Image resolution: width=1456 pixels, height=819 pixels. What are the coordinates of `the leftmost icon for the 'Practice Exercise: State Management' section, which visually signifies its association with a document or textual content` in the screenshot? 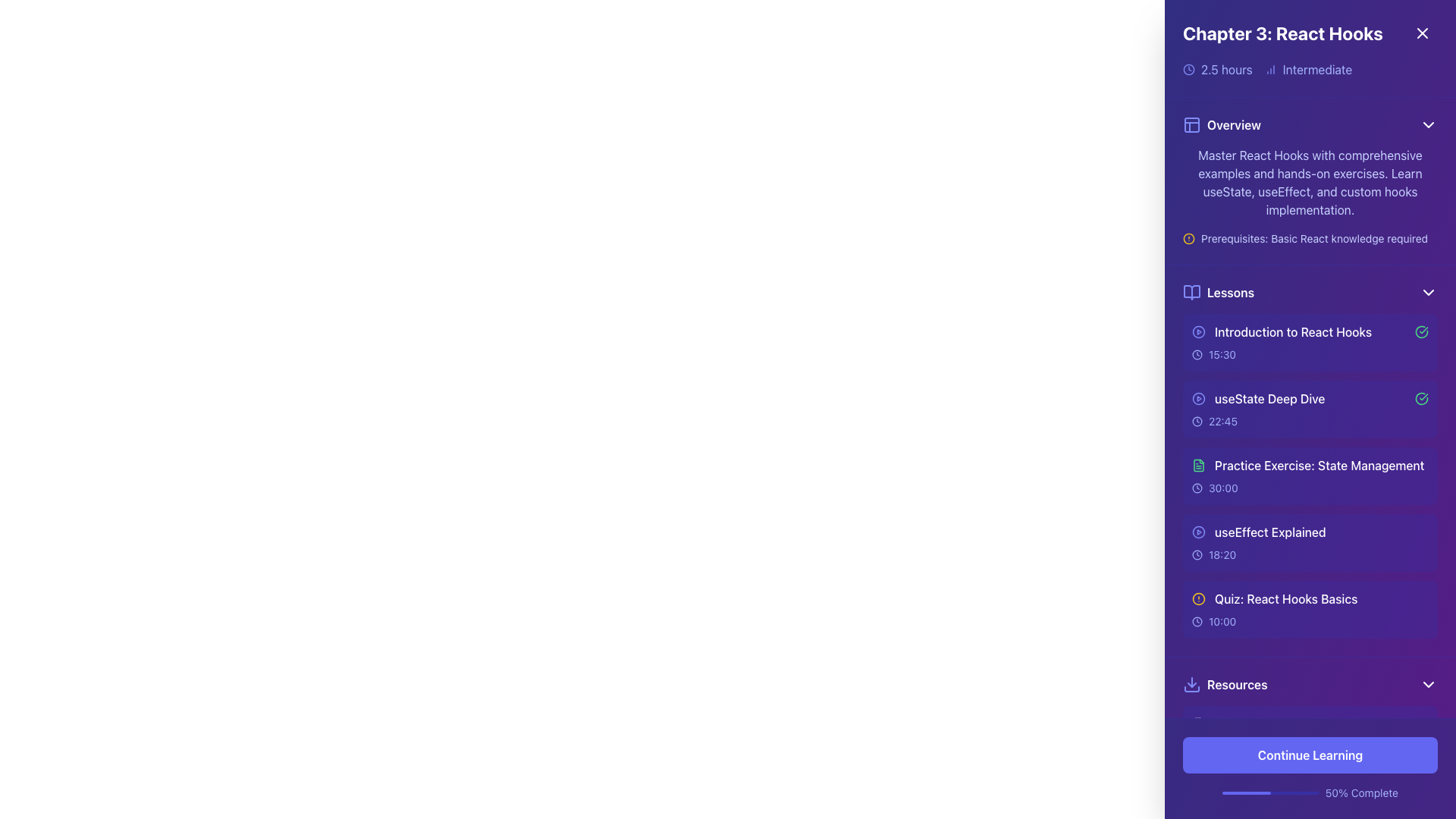 It's located at (1197, 464).